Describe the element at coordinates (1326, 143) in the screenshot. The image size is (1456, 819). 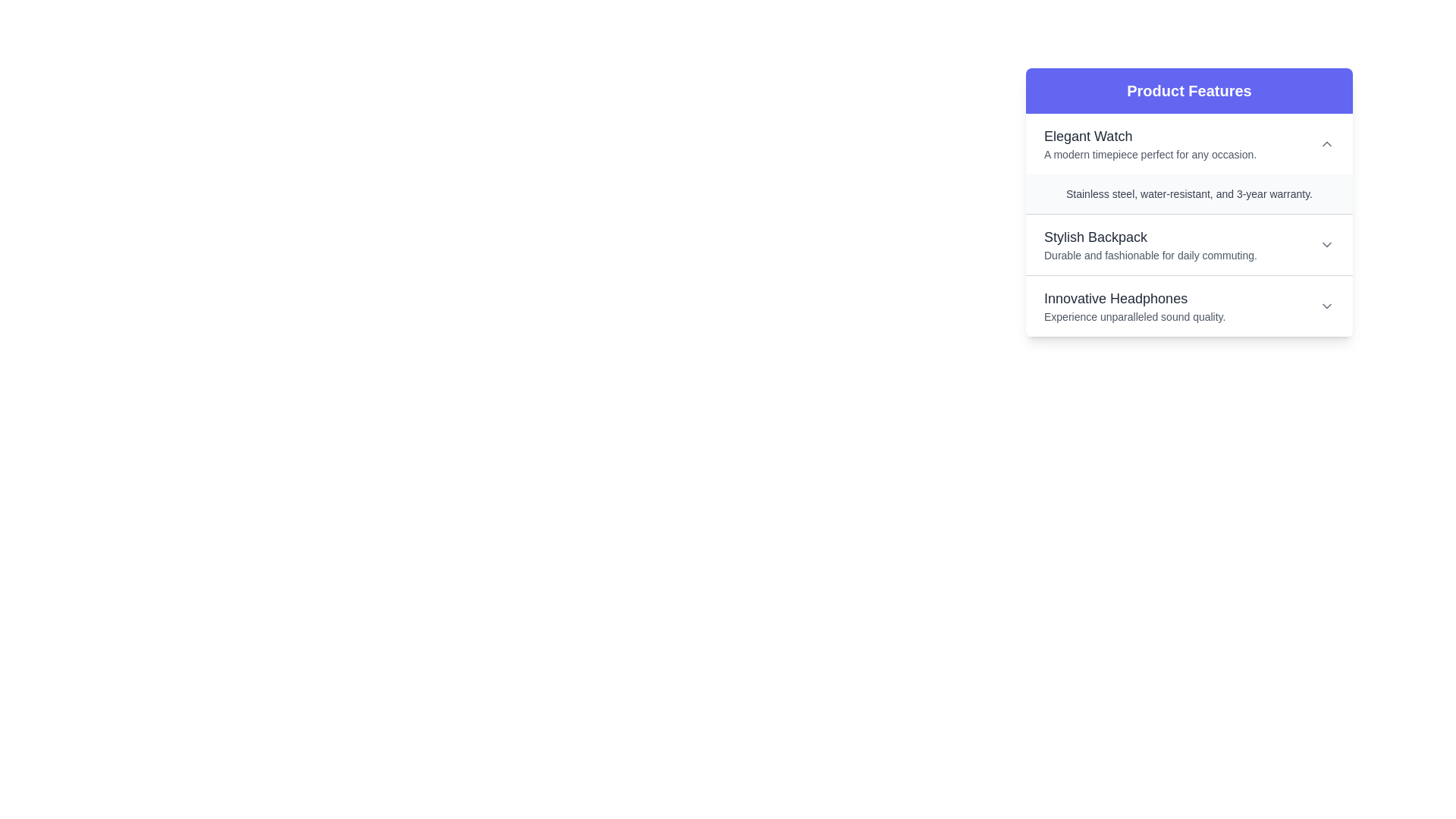
I see `the chevron-up icon on the 'Product Features' card in the 'Elegant Watch' section` at that location.